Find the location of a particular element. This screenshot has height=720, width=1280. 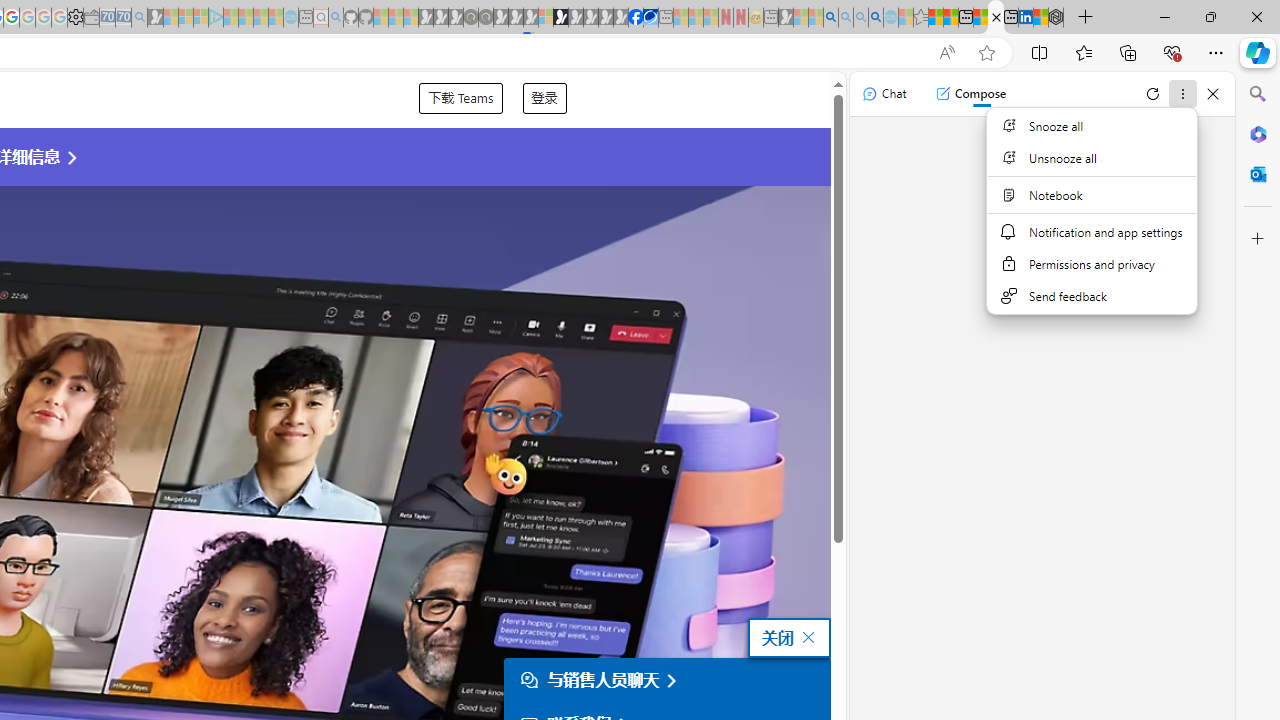

'Compose' is located at coordinates (970, 93).